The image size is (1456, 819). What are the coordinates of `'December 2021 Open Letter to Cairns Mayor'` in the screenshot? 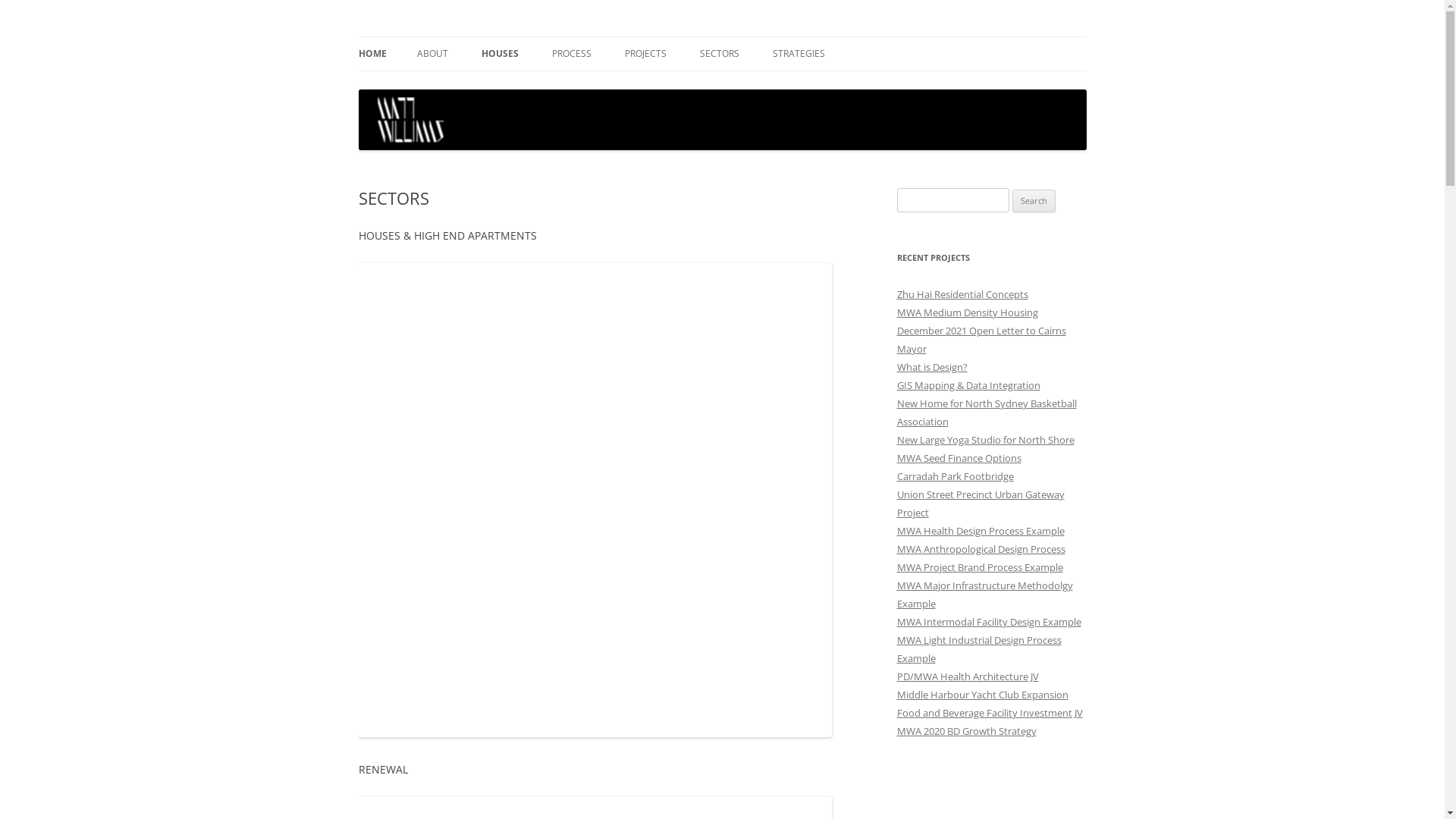 It's located at (896, 338).